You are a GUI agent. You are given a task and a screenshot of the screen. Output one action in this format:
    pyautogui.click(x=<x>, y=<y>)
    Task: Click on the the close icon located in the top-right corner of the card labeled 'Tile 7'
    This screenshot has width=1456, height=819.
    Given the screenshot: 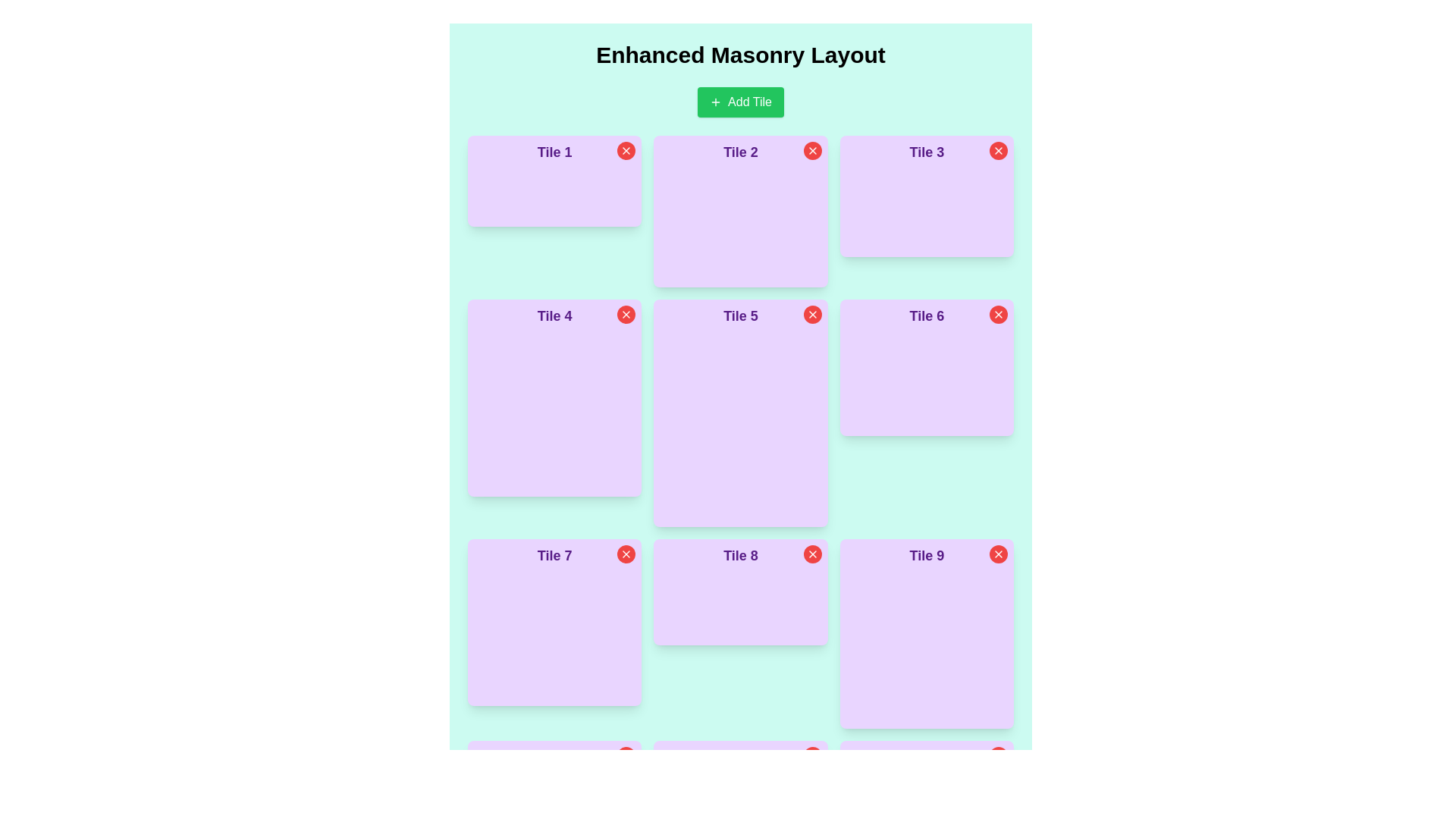 What is the action you would take?
    pyautogui.click(x=626, y=554)
    